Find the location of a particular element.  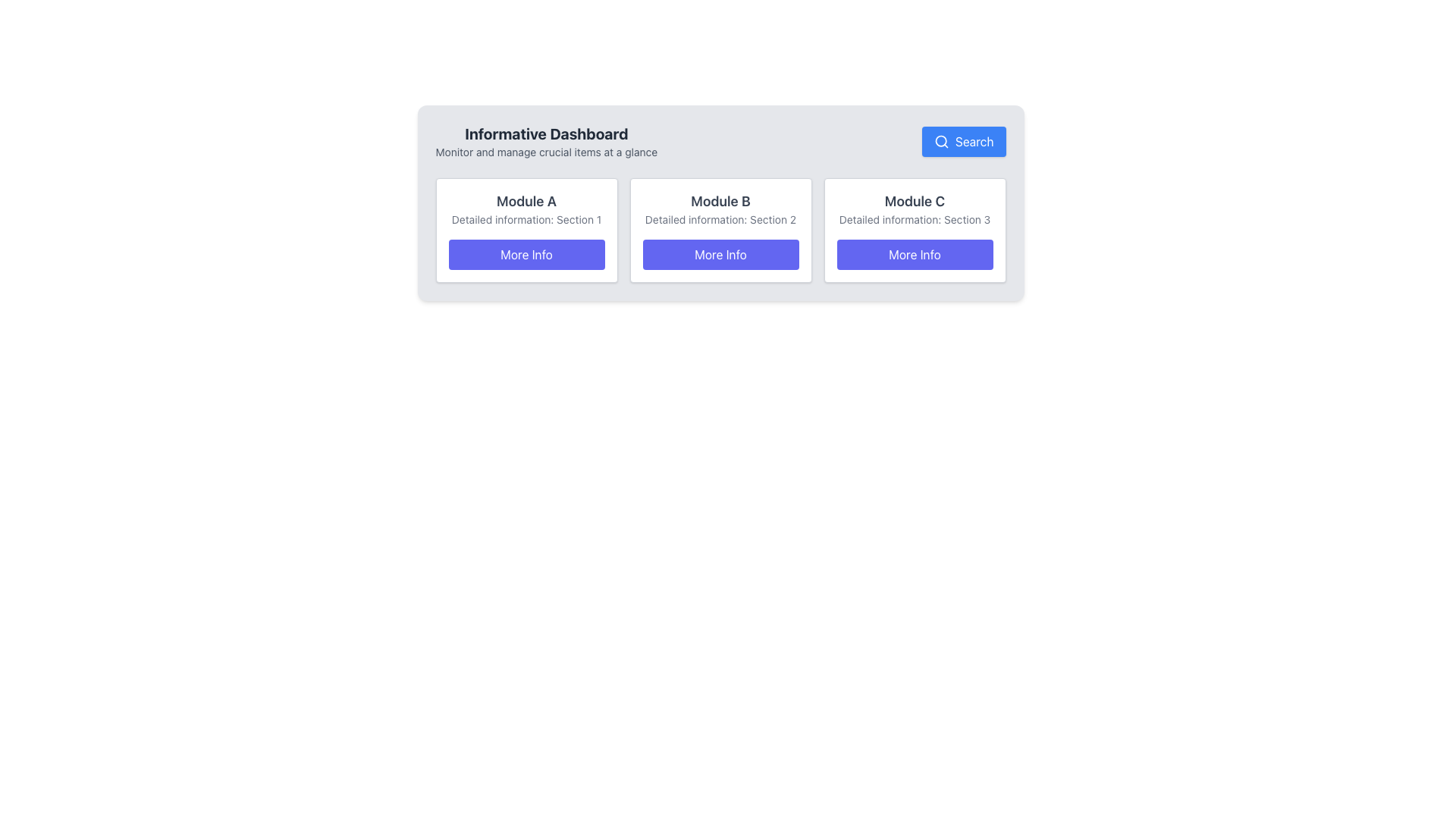

the header block that serves as a title and brief description for the dashboard, located in the top left of the interface is located at coordinates (546, 141).